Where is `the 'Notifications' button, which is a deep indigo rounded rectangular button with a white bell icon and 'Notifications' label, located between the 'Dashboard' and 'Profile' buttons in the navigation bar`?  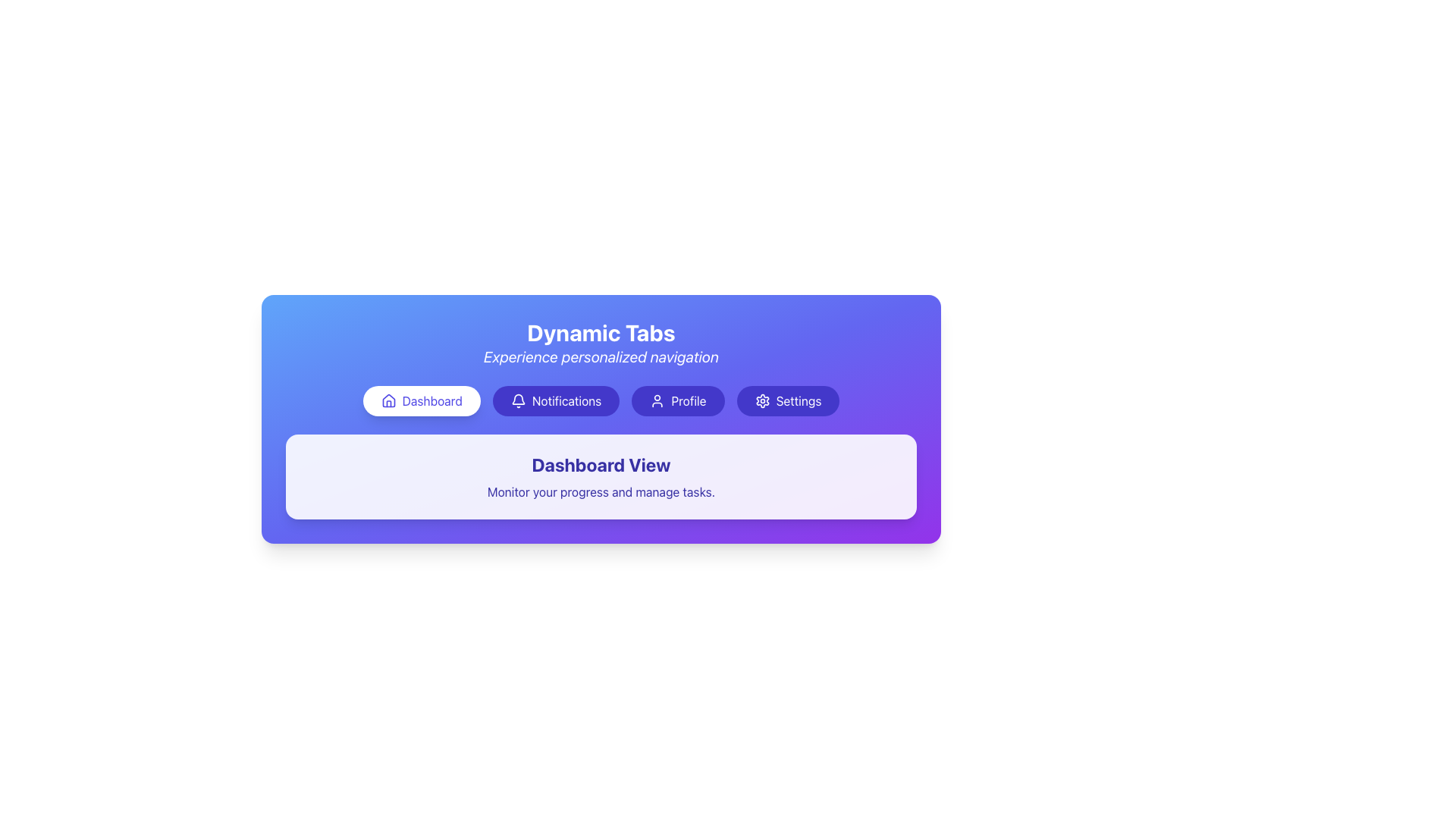 the 'Notifications' button, which is a deep indigo rounded rectangular button with a white bell icon and 'Notifications' label, located between the 'Dashboard' and 'Profile' buttons in the navigation bar is located at coordinates (555, 400).